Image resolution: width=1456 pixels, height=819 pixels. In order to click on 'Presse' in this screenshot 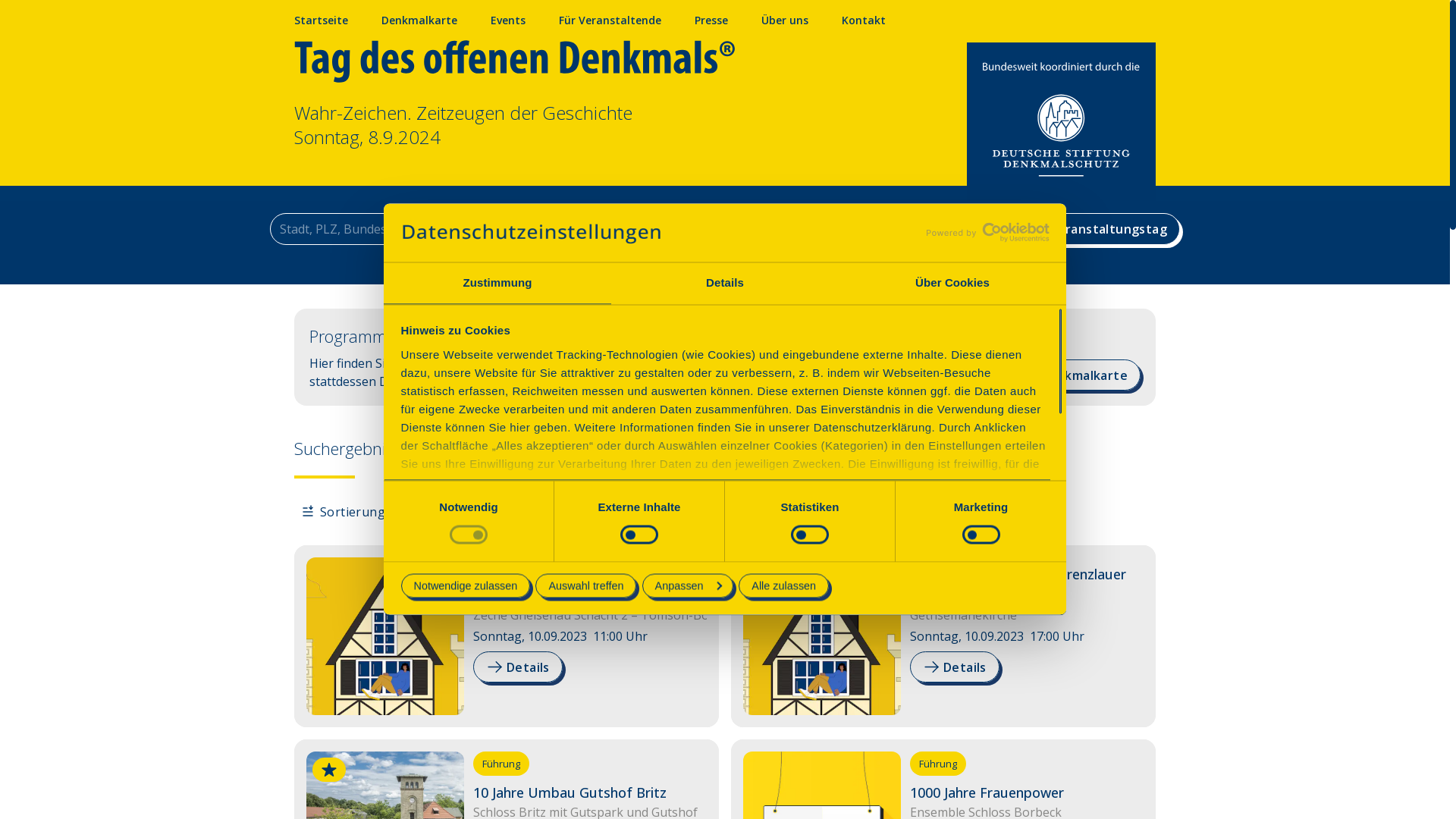, I will do `click(710, 20)`.